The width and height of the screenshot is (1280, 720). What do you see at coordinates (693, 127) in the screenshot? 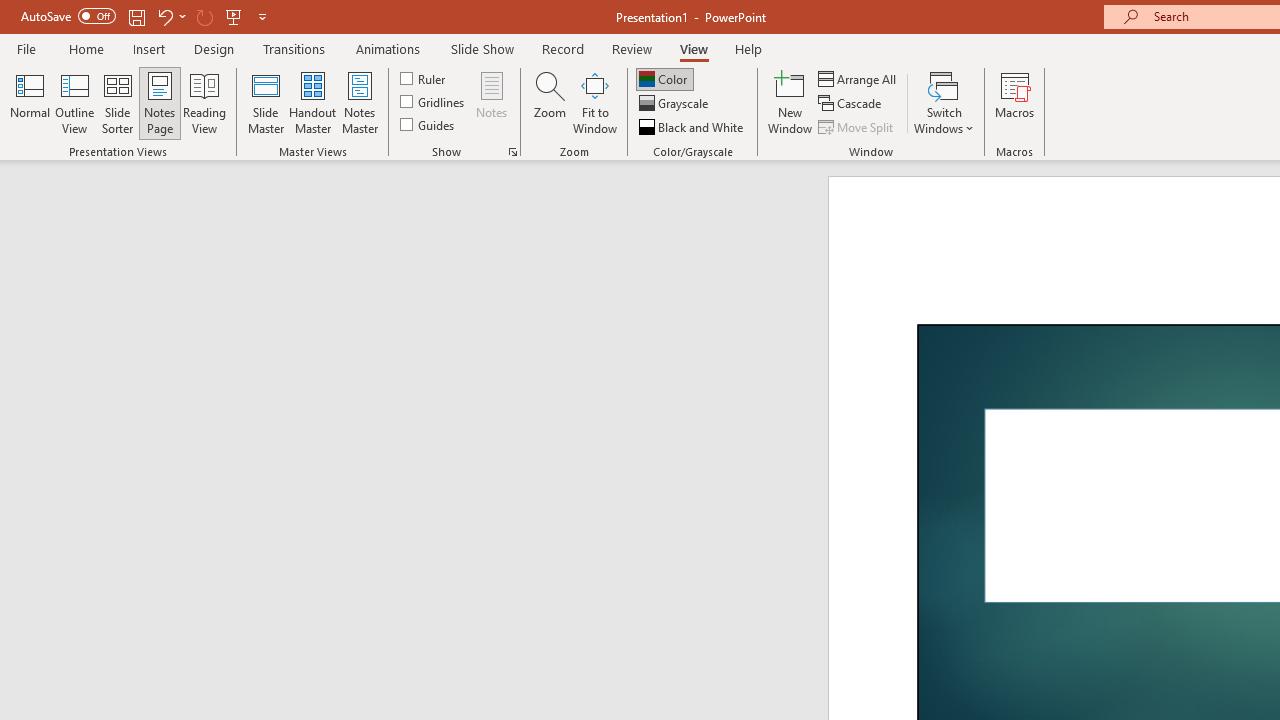
I see `'Black and White'` at bounding box center [693, 127].